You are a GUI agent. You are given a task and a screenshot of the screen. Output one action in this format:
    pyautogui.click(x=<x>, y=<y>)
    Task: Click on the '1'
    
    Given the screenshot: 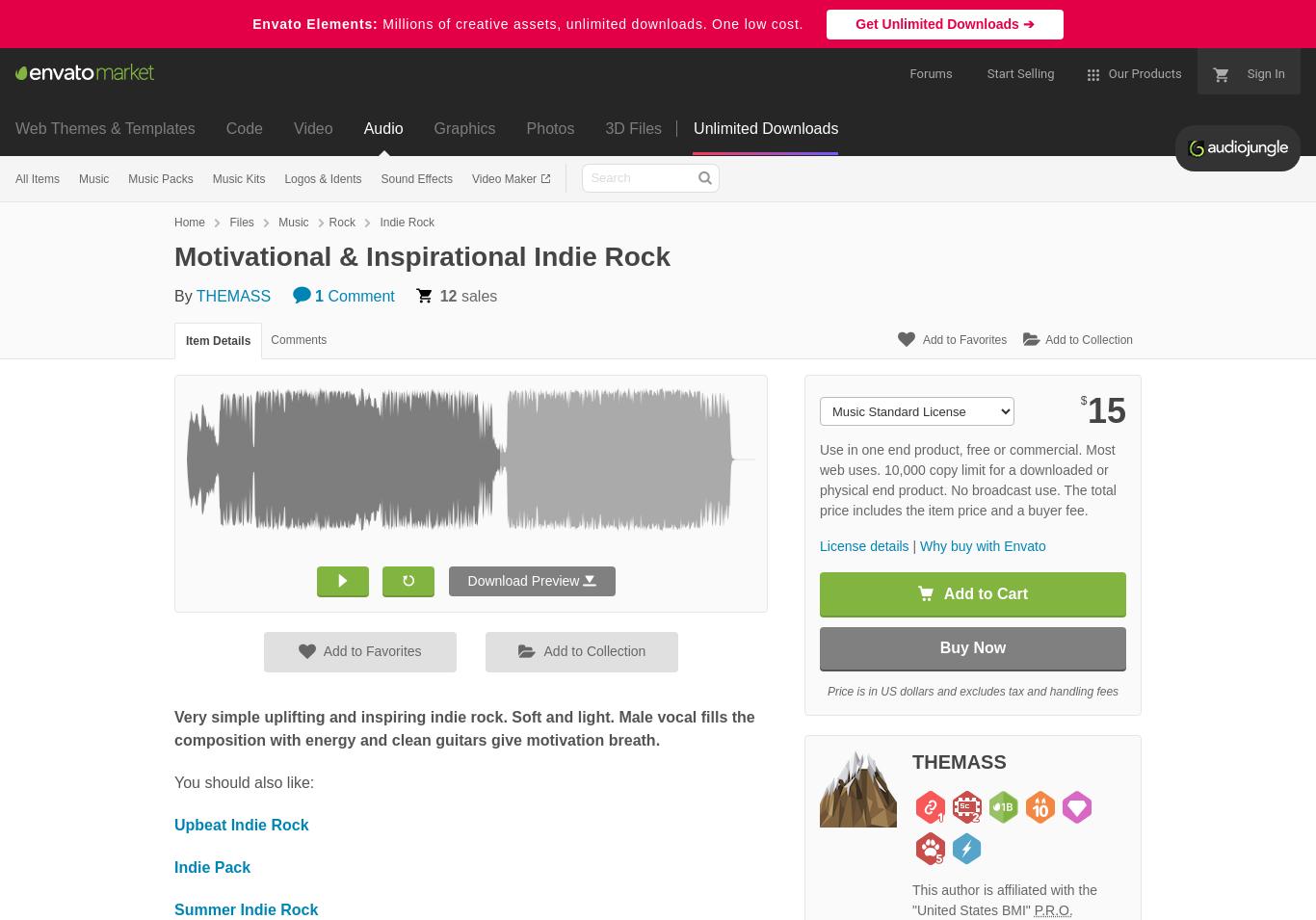 What is the action you would take?
    pyautogui.click(x=318, y=295)
    